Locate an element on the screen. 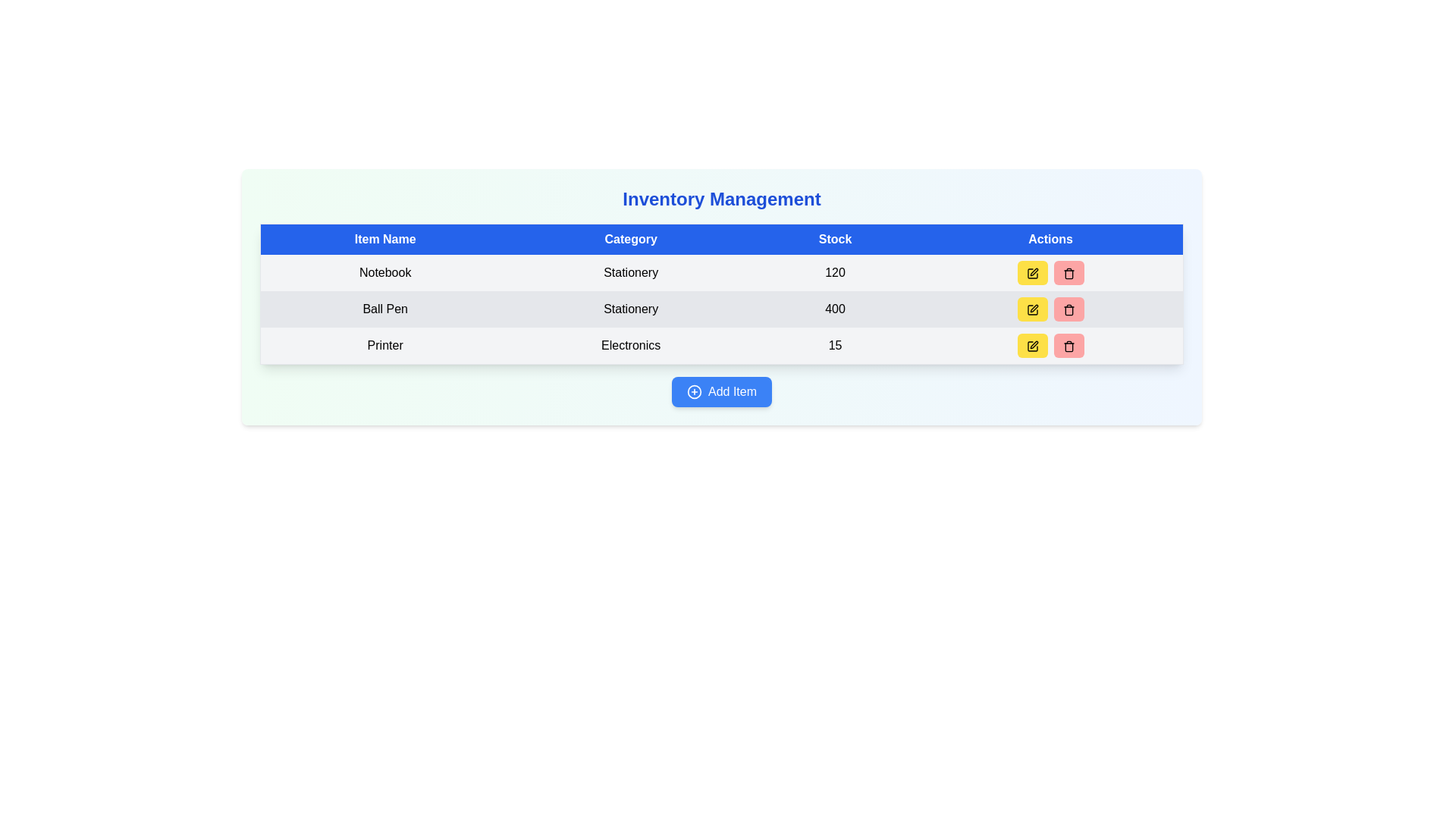  the yellow Edit button with a black pen icon in the Actions section of the row corresponding to 'Notebook' is located at coordinates (1050, 271).